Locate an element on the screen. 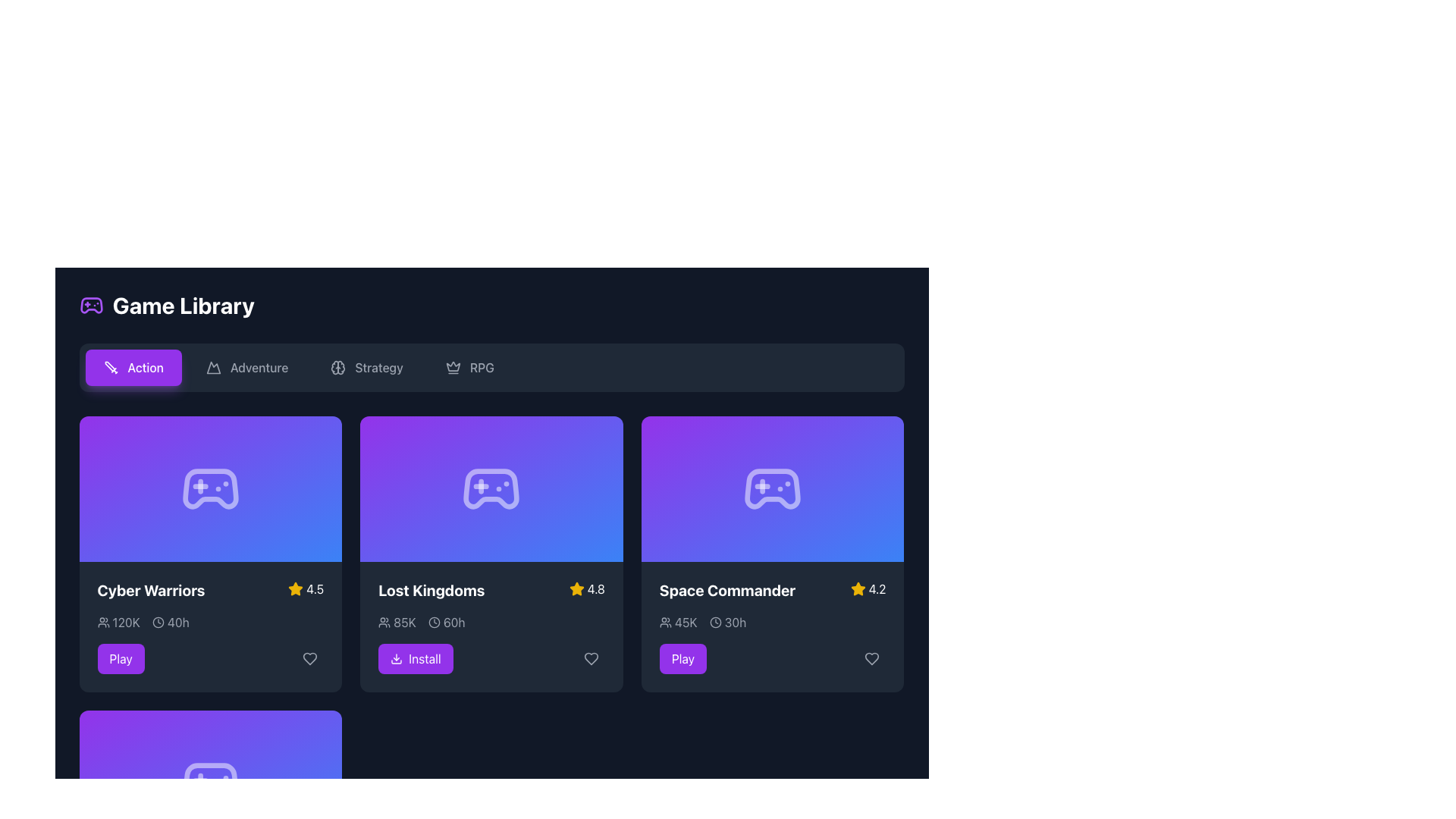 Image resolution: width=1456 pixels, height=819 pixels. the heart-shaped icon at the bottom-right corner of the 'Lost Kingdoms' card is located at coordinates (590, 657).